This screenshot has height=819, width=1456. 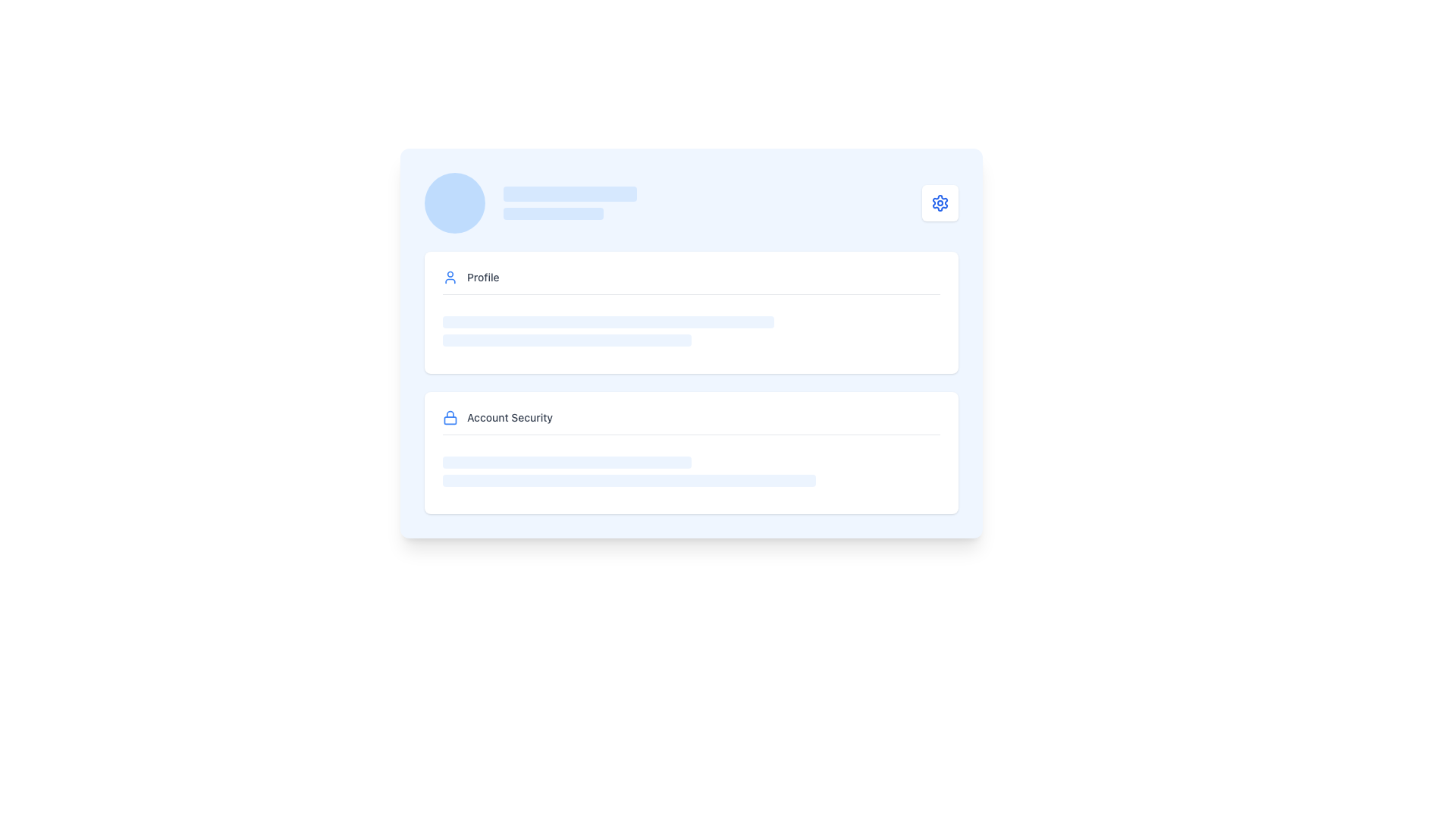 I want to click on the Skeleton loading placeholder, which is a light blue horizontal rectangle with rounded corners located beneath another similar rectangle in the 'Account Security' section, so click(x=629, y=480).